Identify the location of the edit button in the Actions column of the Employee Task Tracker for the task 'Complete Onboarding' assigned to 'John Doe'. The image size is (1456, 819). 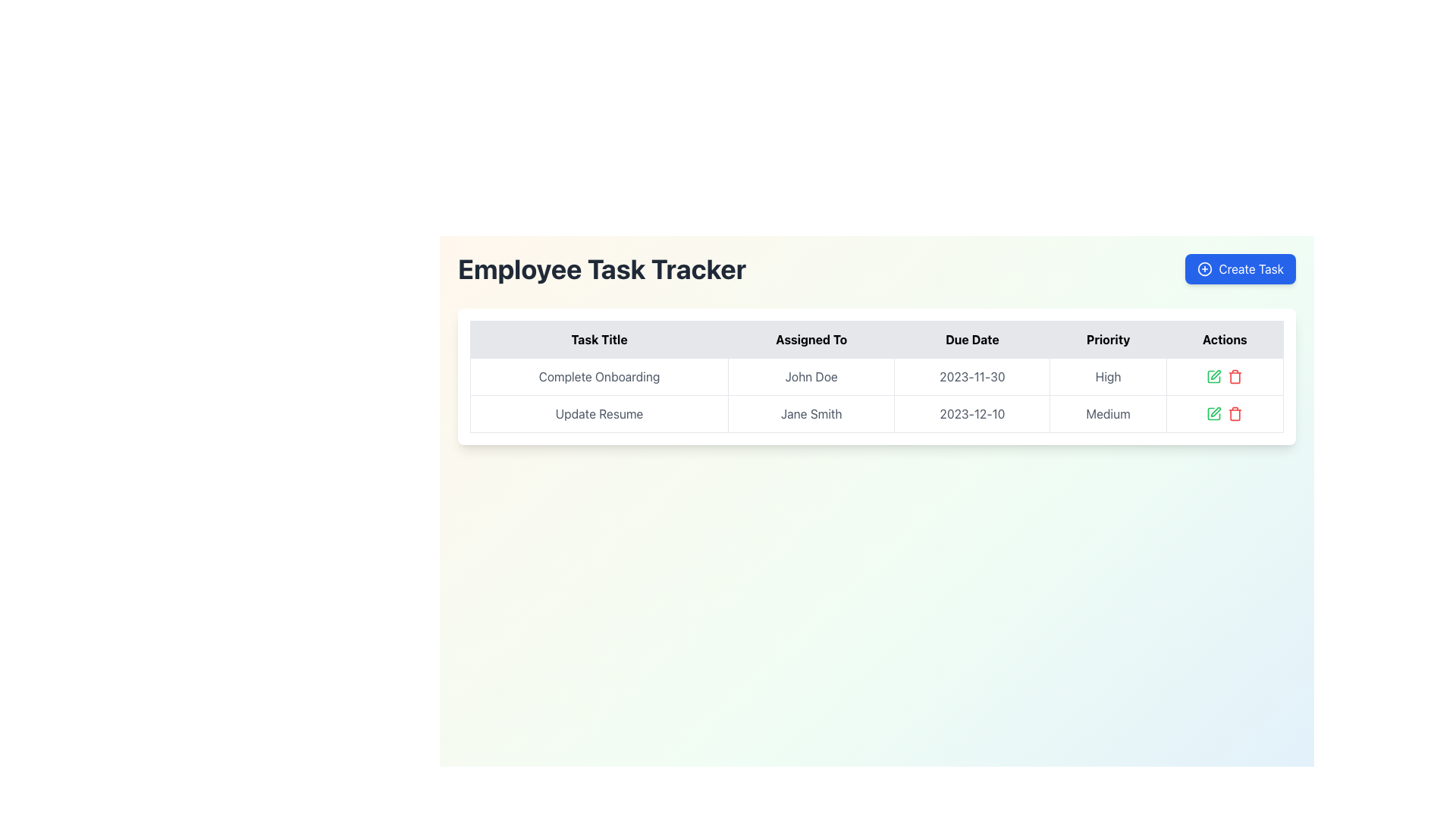
(1225, 376).